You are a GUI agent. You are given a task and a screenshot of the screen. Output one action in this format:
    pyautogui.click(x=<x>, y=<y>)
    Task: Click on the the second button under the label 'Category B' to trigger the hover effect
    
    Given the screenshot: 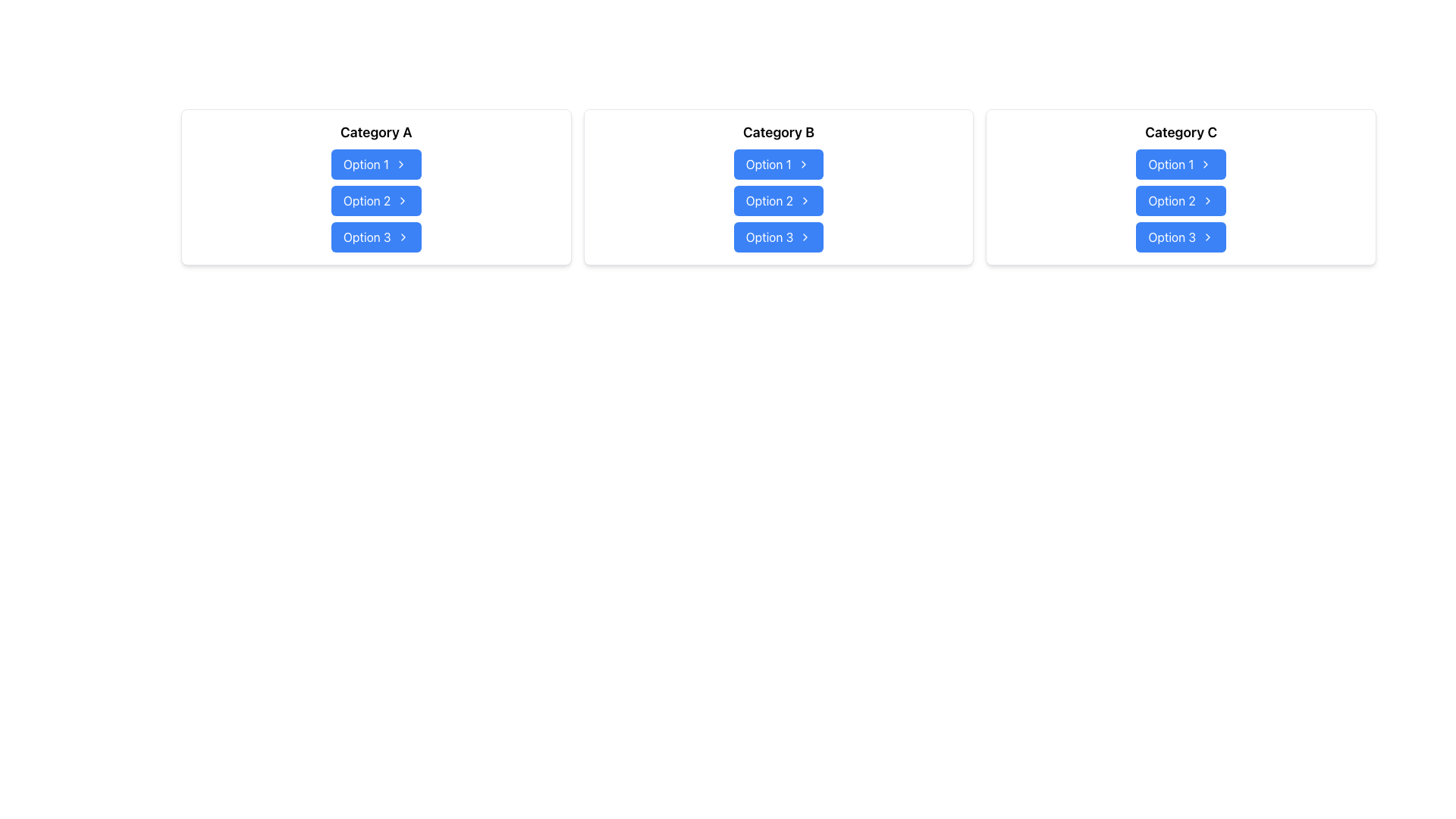 What is the action you would take?
    pyautogui.click(x=779, y=200)
    